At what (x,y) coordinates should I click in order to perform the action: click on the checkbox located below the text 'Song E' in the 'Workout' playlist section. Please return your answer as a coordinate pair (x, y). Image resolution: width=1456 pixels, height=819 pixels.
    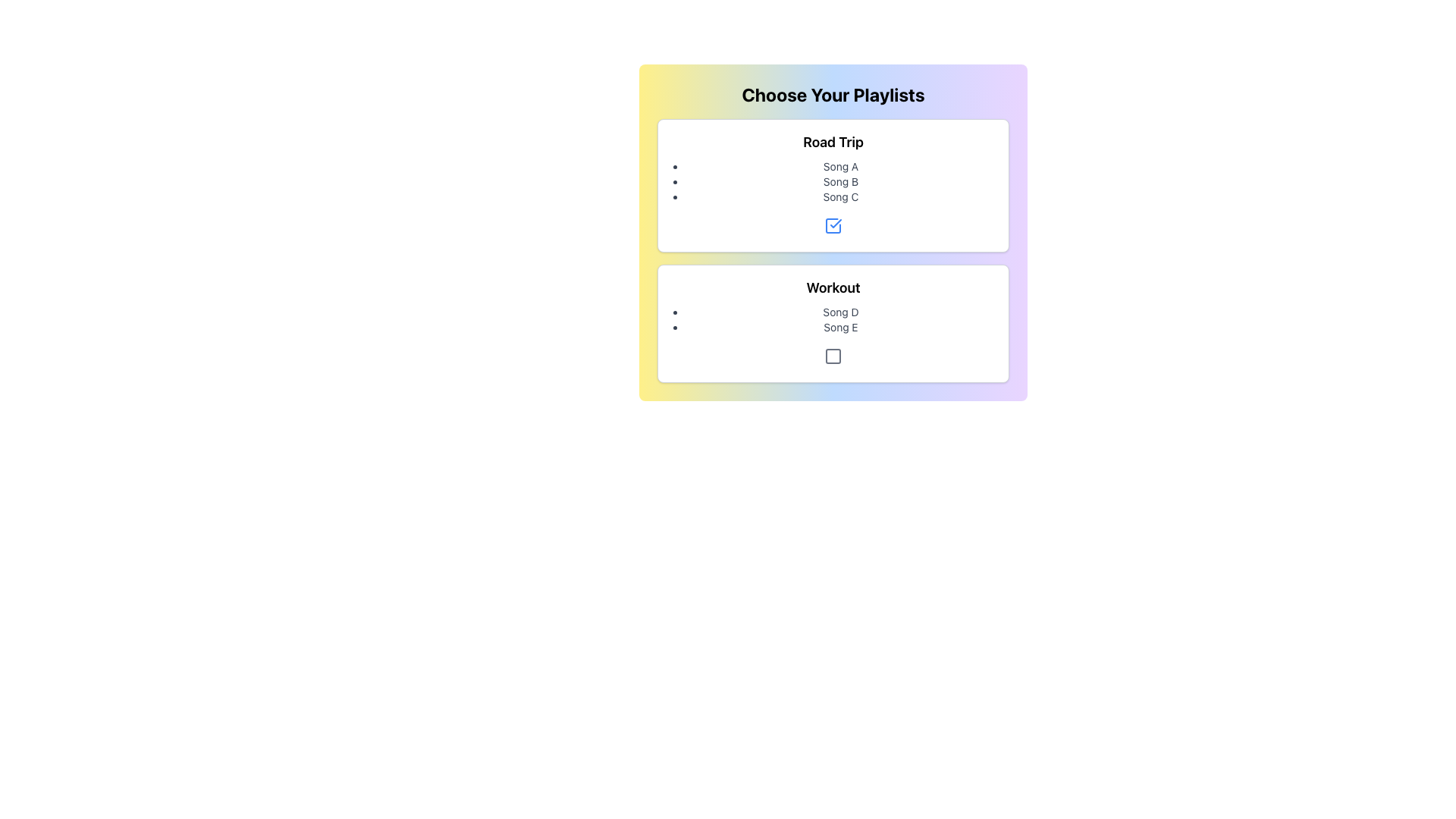
    Looking at the image, I should click on (833, 356).